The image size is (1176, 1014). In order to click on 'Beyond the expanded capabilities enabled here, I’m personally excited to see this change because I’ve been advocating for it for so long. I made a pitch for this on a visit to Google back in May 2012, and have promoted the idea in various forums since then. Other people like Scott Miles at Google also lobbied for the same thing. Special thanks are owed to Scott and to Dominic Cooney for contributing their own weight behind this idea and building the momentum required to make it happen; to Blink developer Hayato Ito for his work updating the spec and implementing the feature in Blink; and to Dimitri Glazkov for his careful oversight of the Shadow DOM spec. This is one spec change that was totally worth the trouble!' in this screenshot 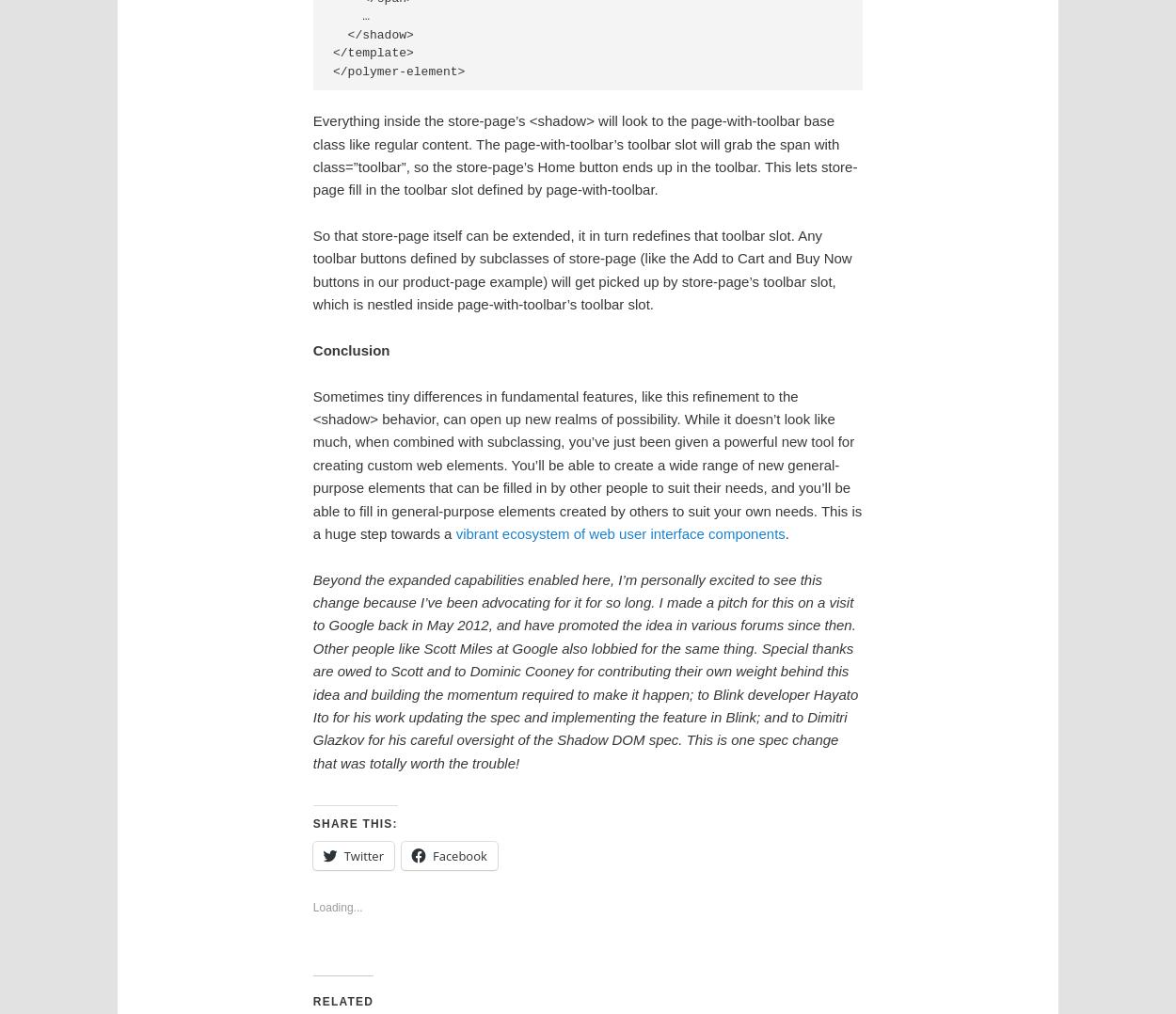, I will do `click(311, 669)`.